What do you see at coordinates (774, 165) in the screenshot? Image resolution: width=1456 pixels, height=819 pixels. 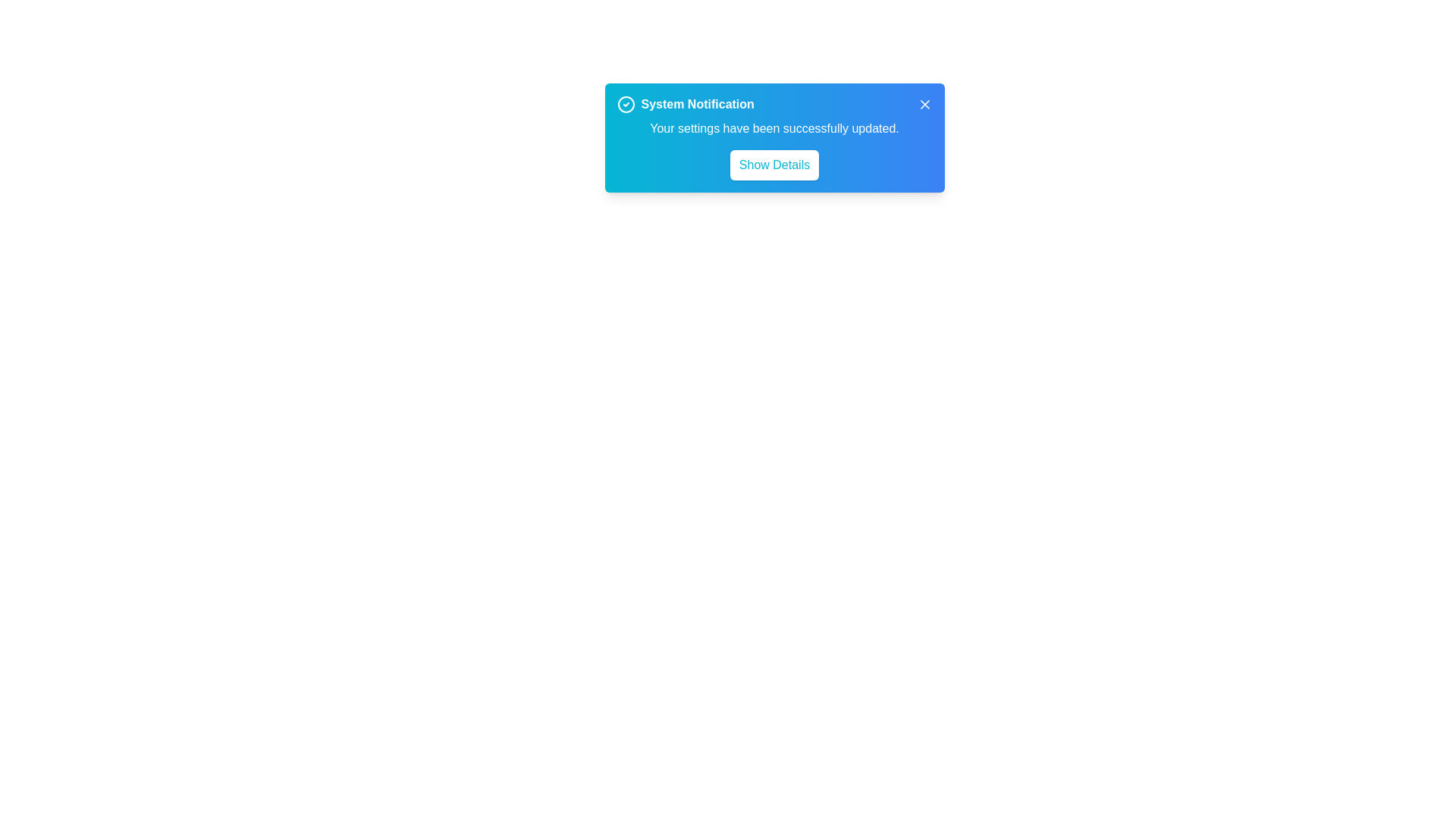 I see `the 'Show Details' button to toggle the visibility of additional details` at bounding box center [774, 165].